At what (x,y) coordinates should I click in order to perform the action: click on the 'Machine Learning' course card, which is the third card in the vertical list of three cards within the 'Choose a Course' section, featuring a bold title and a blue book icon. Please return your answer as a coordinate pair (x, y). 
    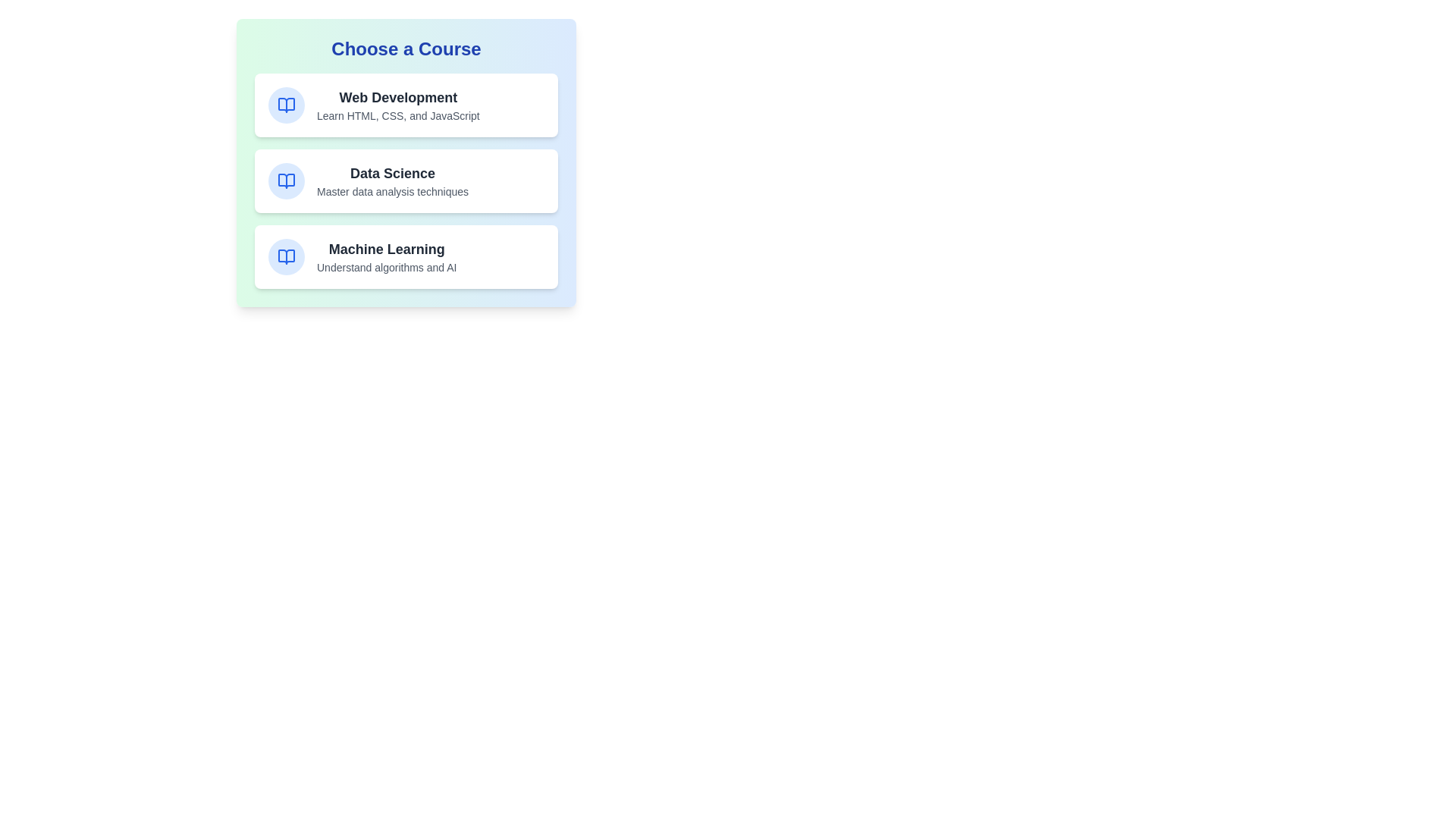
    Looking at the image, I should click on (406, 256).